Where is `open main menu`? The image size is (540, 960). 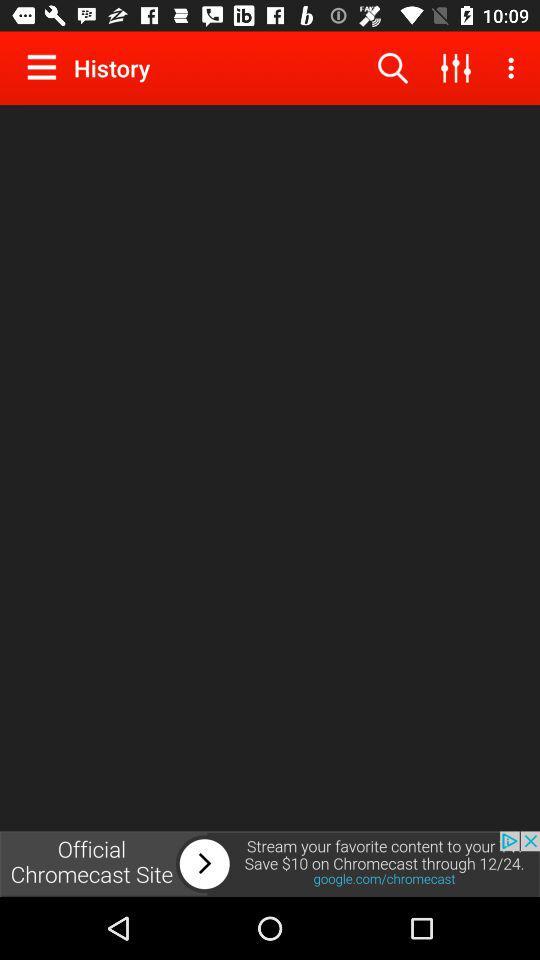
open main menu is located at coordinates (46, 67).